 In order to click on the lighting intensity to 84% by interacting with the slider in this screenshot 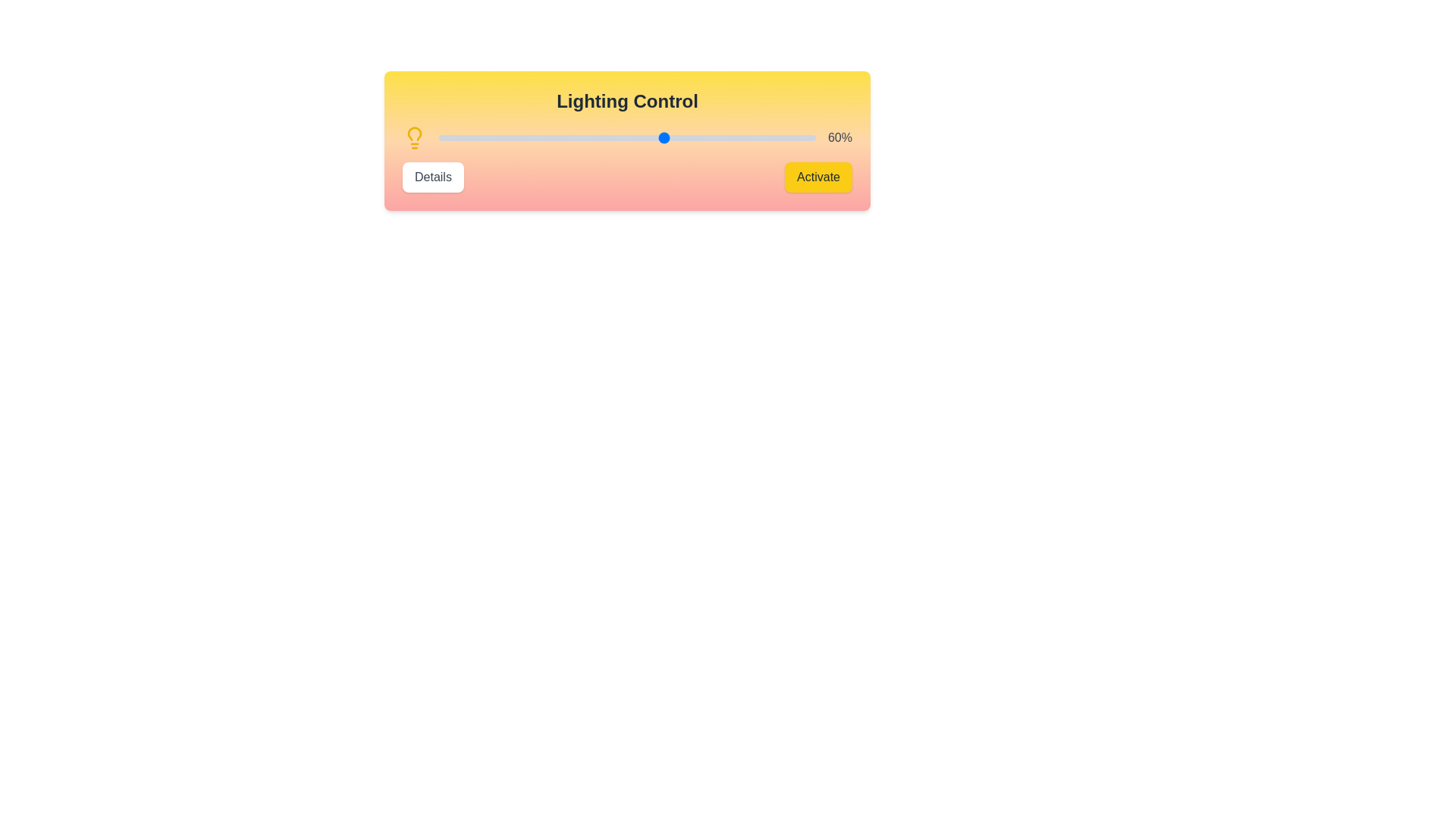, I will do `click(755, 137)`.